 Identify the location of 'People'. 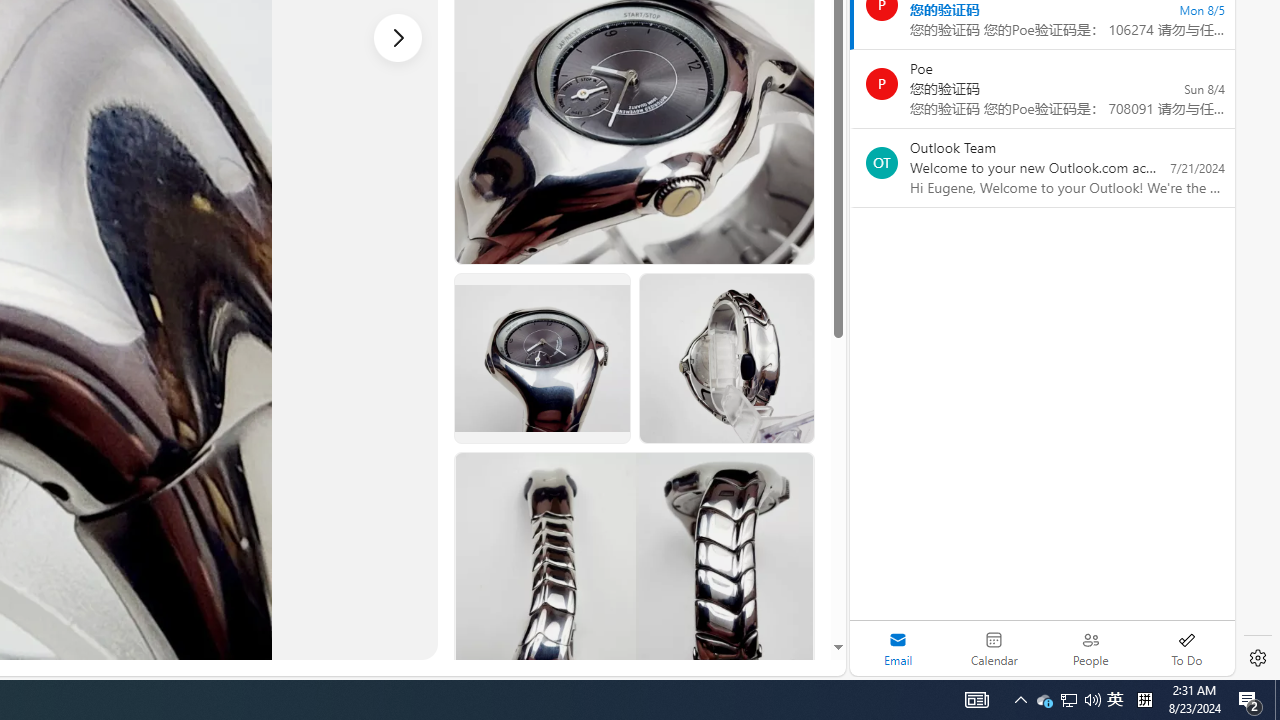
(1089, 648).